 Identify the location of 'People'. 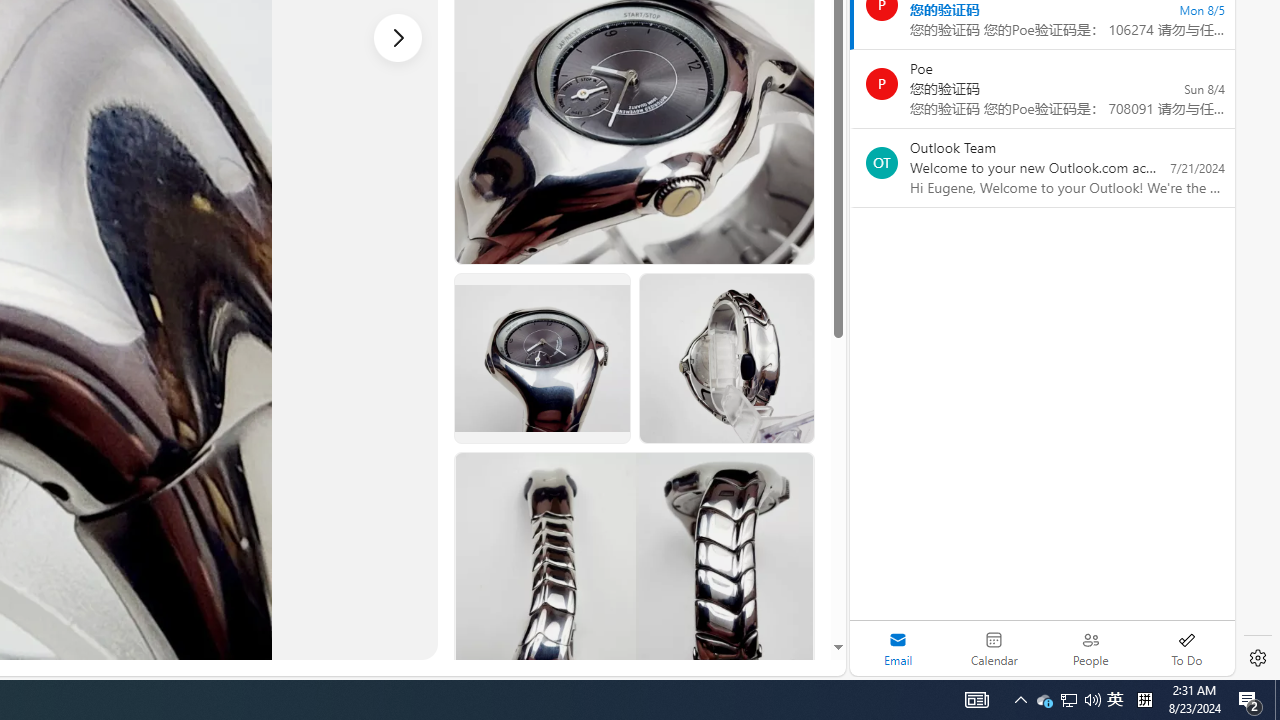
(1089, 648).